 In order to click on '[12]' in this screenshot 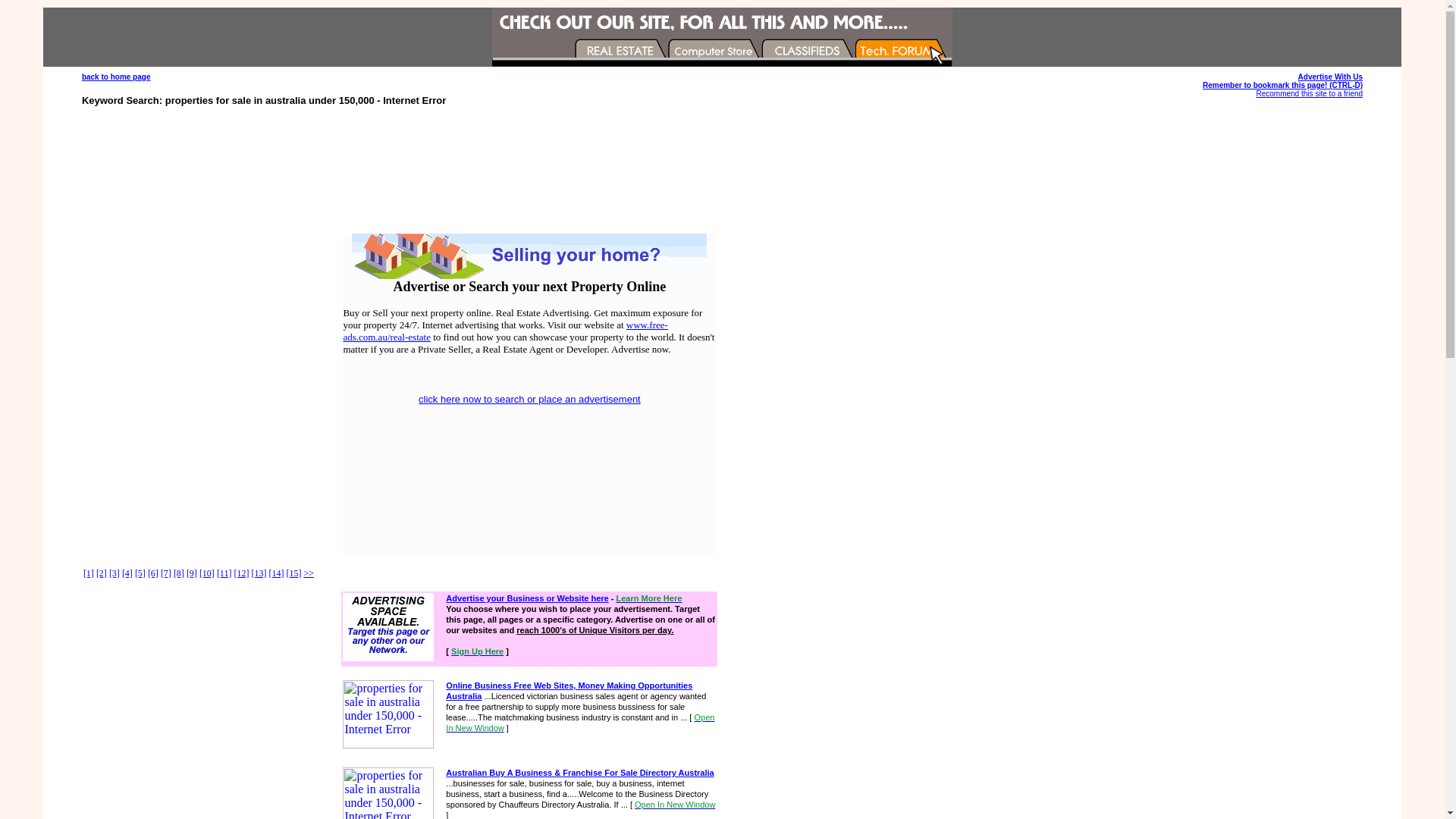, I will do `click(240, 573)`.